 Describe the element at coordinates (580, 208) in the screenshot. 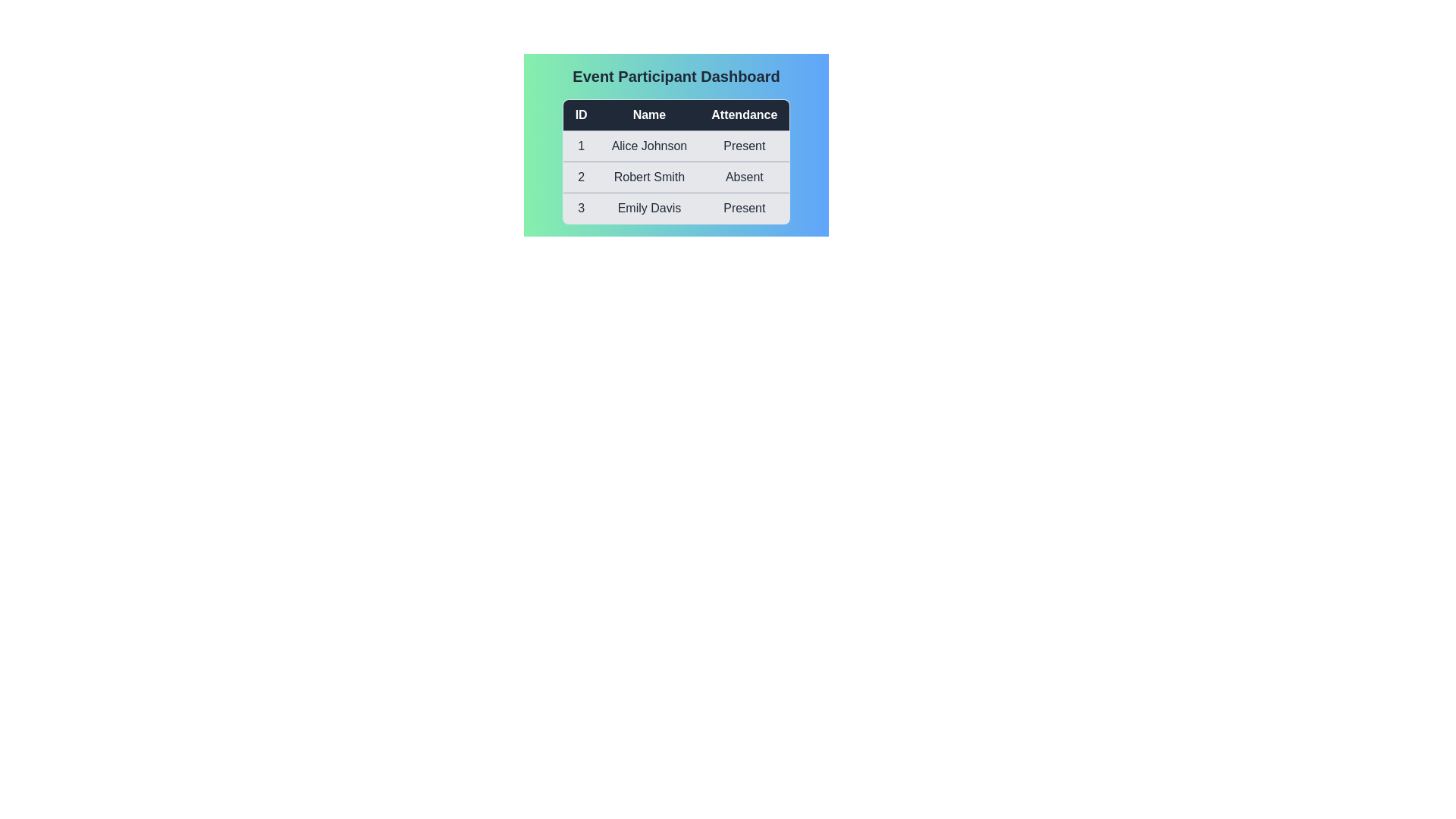

I see `the Static Table Cell containing the number '3', which is the first cell in the third row of the table layout under the 'ID' column header` at that location.